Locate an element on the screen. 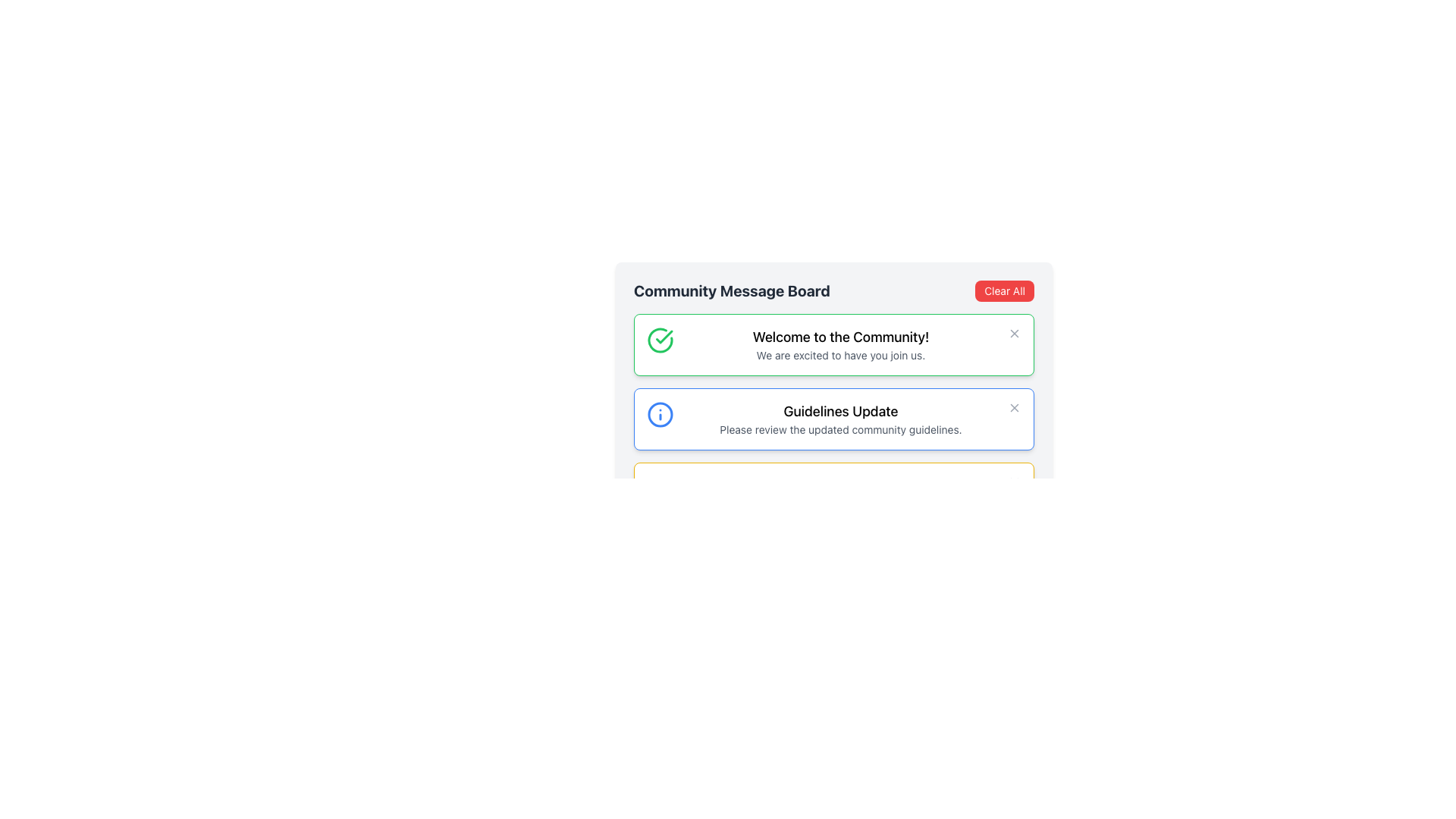  the 'Guidelines Update' text label, which is a medium-sized, bold font inside a blue-bordered notification box is located at coordinates (839, 412).